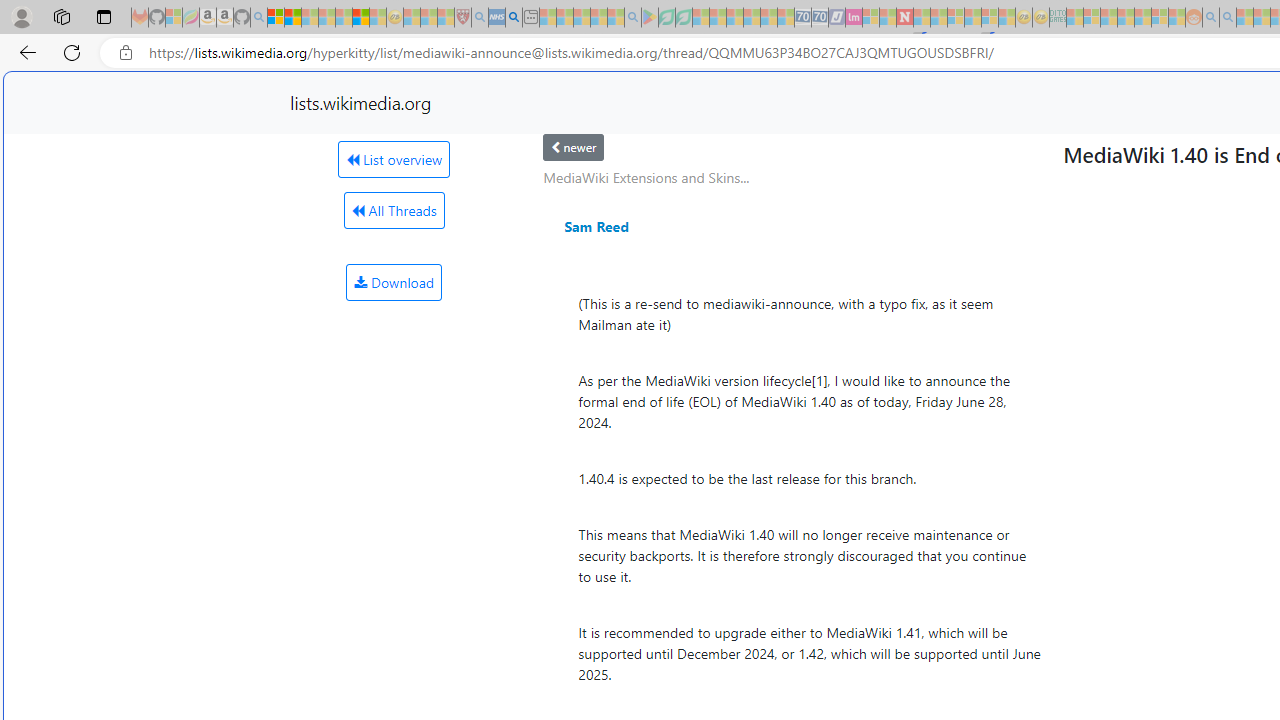 Image resolution: width=1280 pixels, height=720 pixels. Describe the element at coordinates (853, 17) in the screenshot. I see `'Jobs - lastminute.com Investor Portal - Sleeping'` at that location.